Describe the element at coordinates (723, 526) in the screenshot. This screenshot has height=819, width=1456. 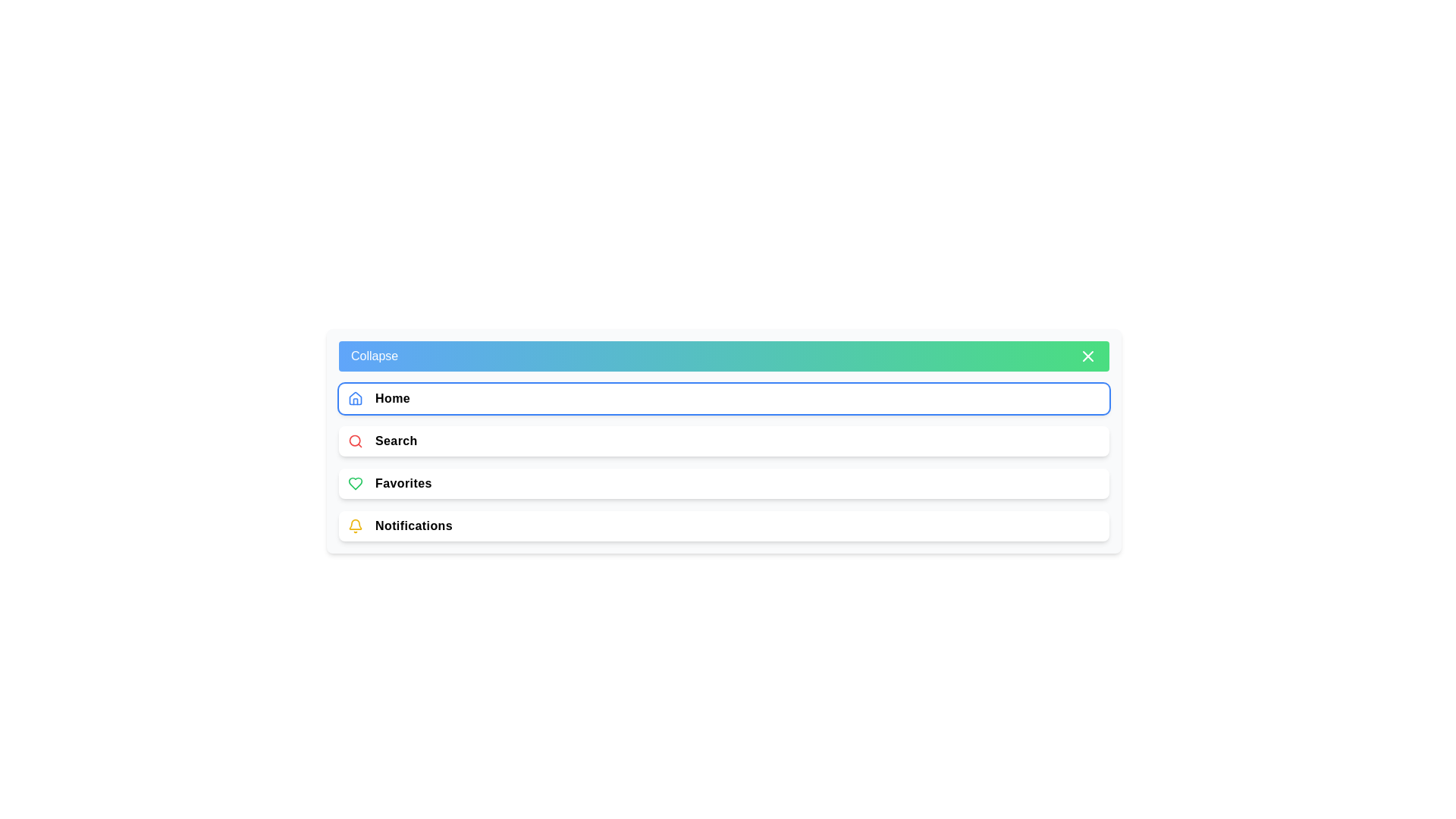
I see `the menu item labeled Notifications` at that location.